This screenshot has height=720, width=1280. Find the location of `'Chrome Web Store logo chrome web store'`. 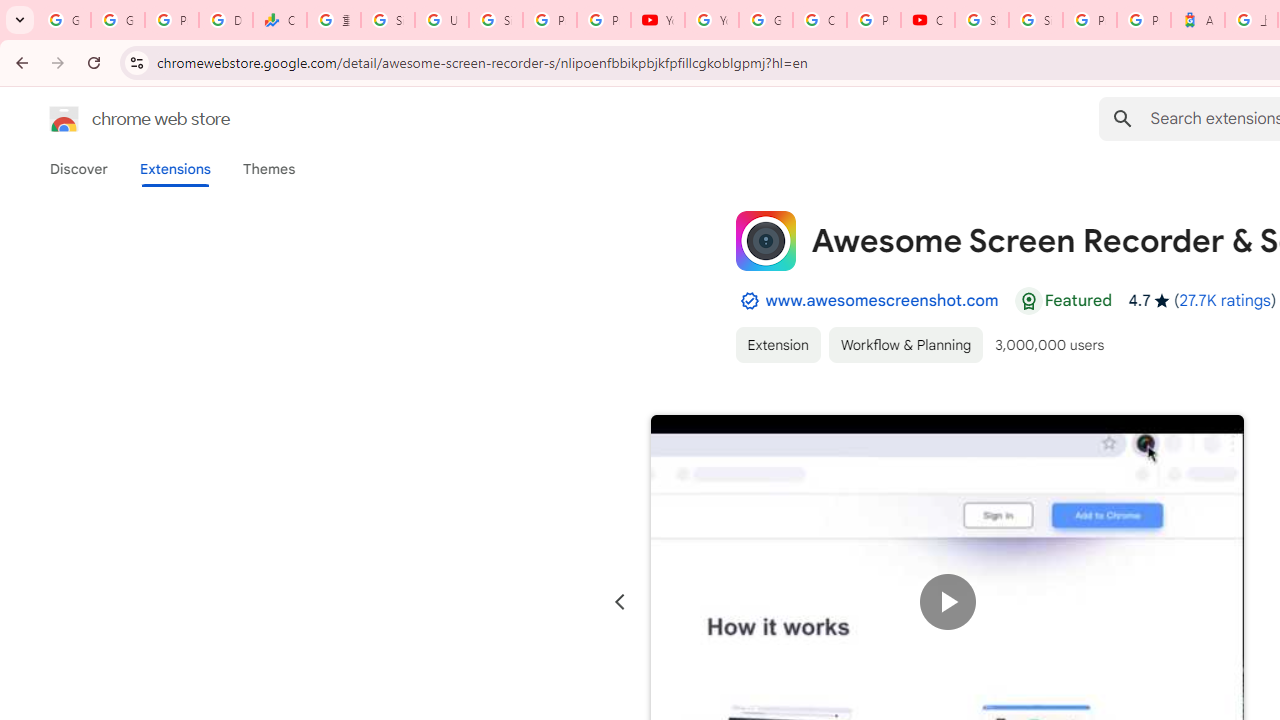

'Chrome Web Store logo chrome web store' is located at coordinates (118, 119).